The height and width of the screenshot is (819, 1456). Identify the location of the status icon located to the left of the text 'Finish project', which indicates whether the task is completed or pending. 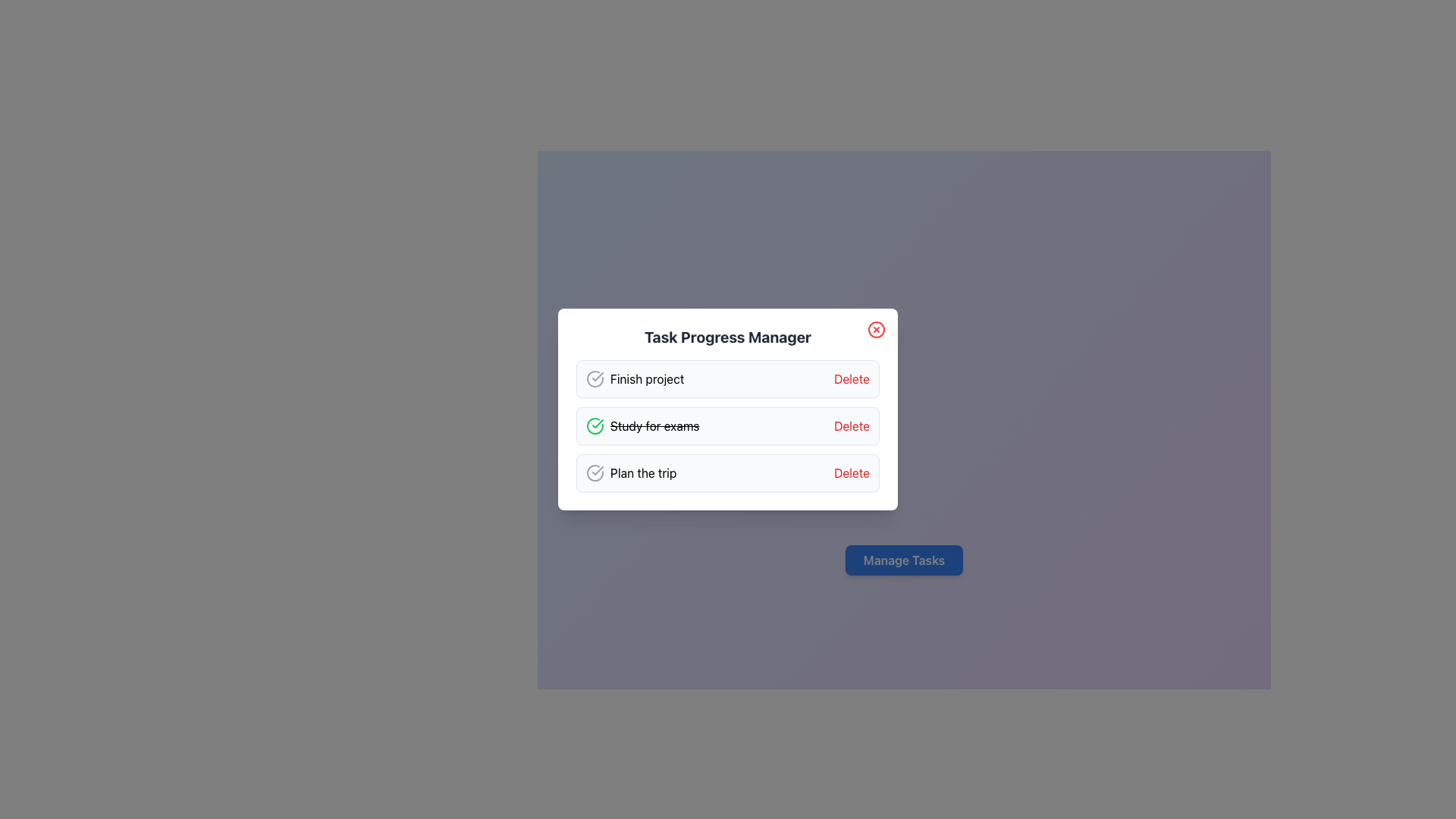
(595, 378).